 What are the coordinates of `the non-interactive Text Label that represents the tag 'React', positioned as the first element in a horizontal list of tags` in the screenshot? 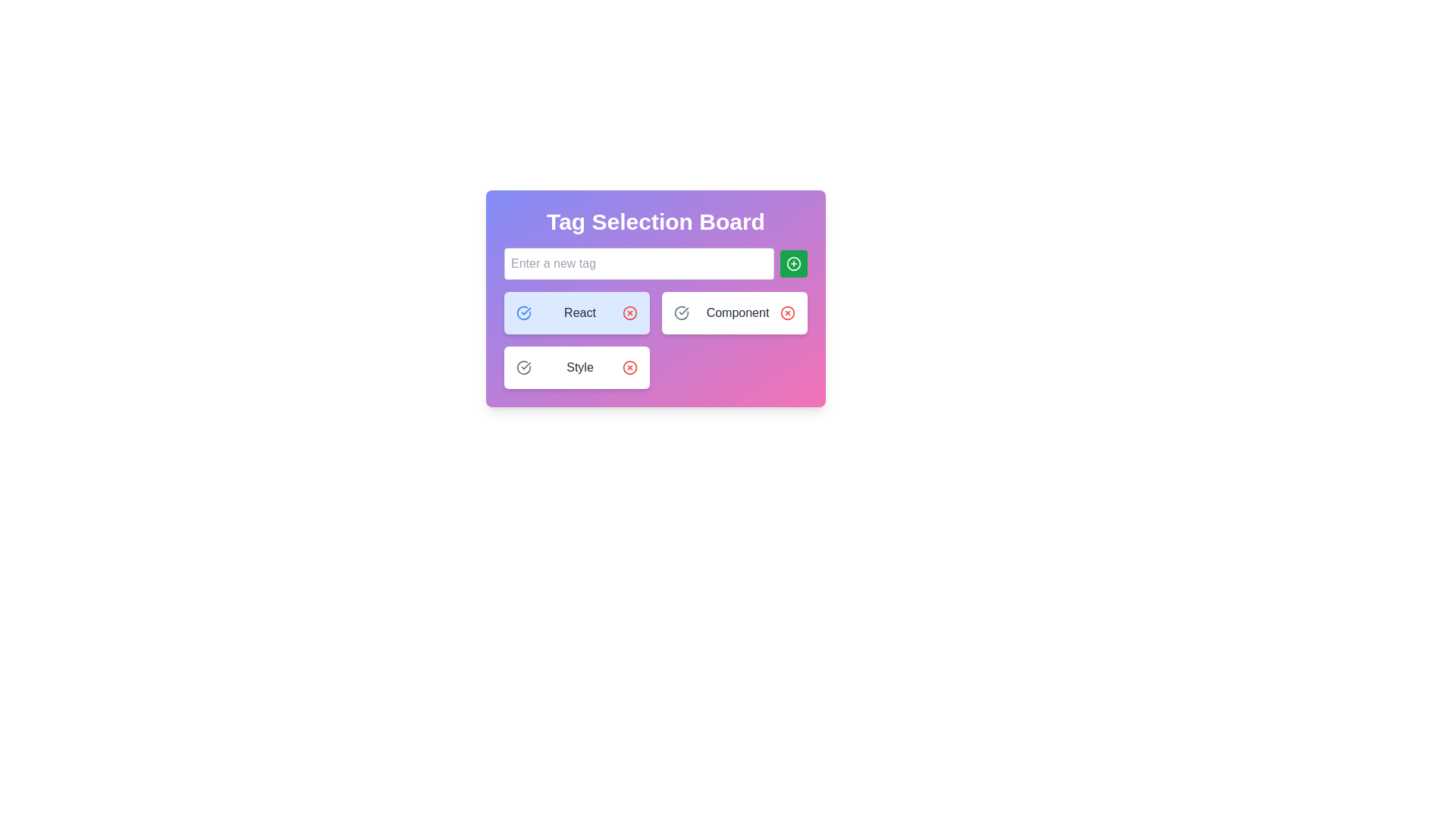 It's located at (579, 312).